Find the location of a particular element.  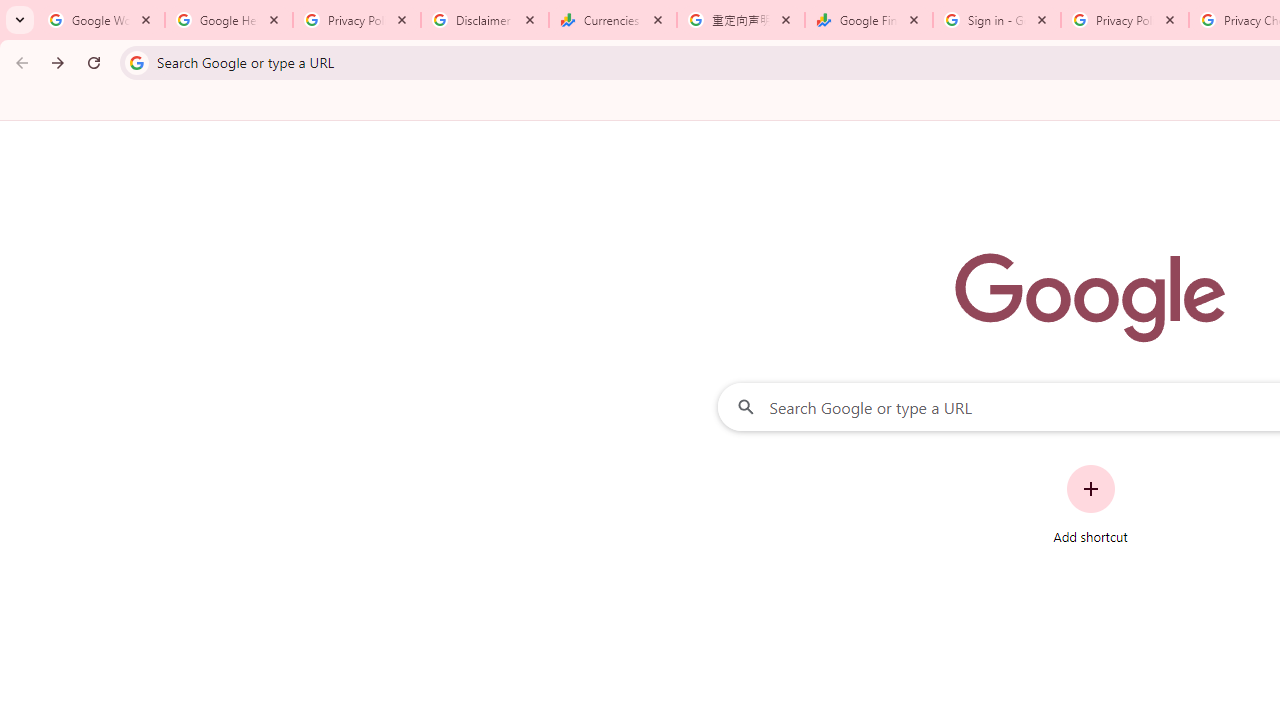

'Sign in - Google Accounts' is located at coordinates (997, 20).